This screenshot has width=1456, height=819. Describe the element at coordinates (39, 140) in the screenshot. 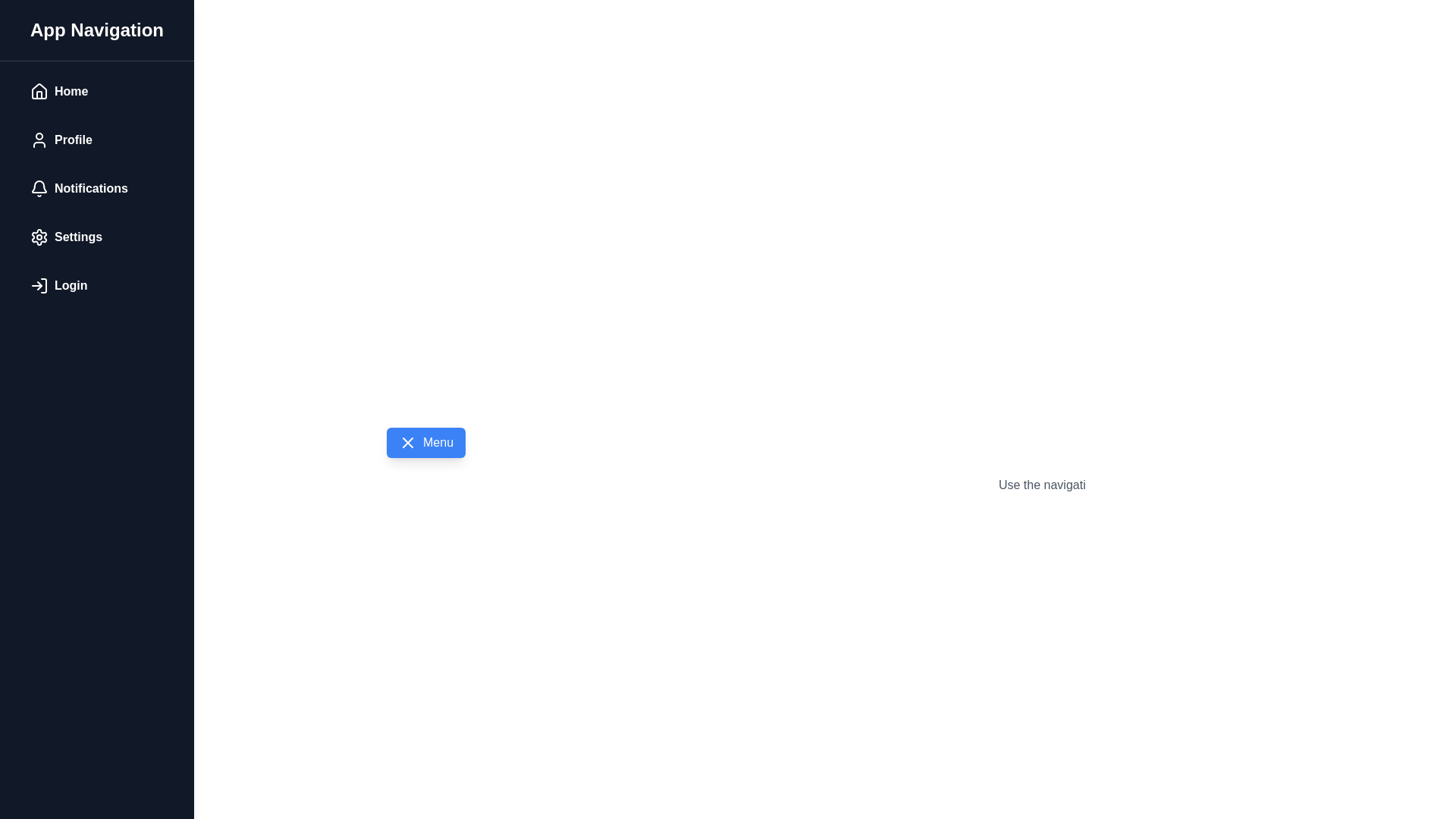

I see `the user silhouette icon located in the navigation menu, positioned to the left of the 'Profile' label` at that location.